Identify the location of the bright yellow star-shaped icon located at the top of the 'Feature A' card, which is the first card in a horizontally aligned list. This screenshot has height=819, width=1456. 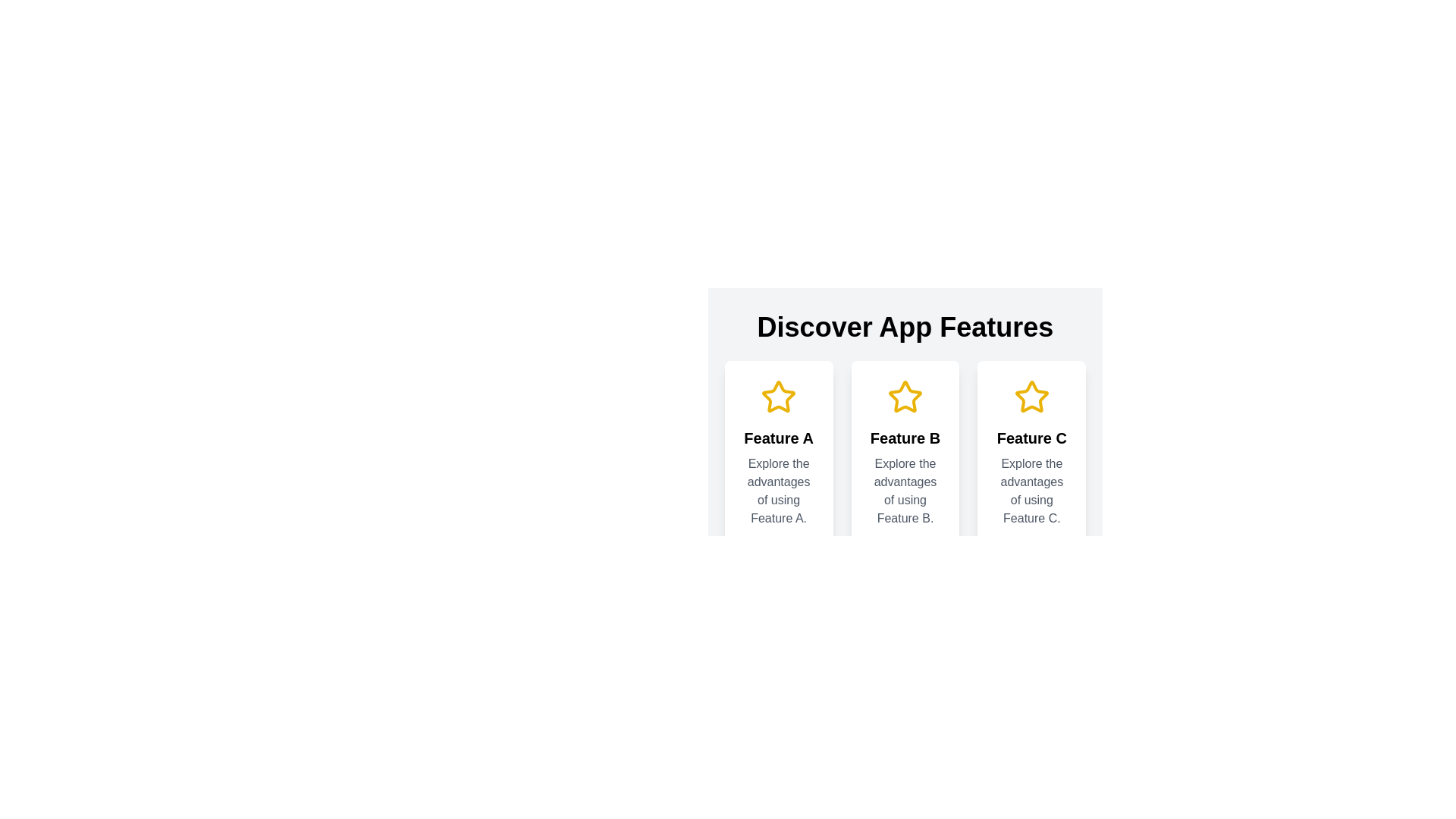
(779, 397).